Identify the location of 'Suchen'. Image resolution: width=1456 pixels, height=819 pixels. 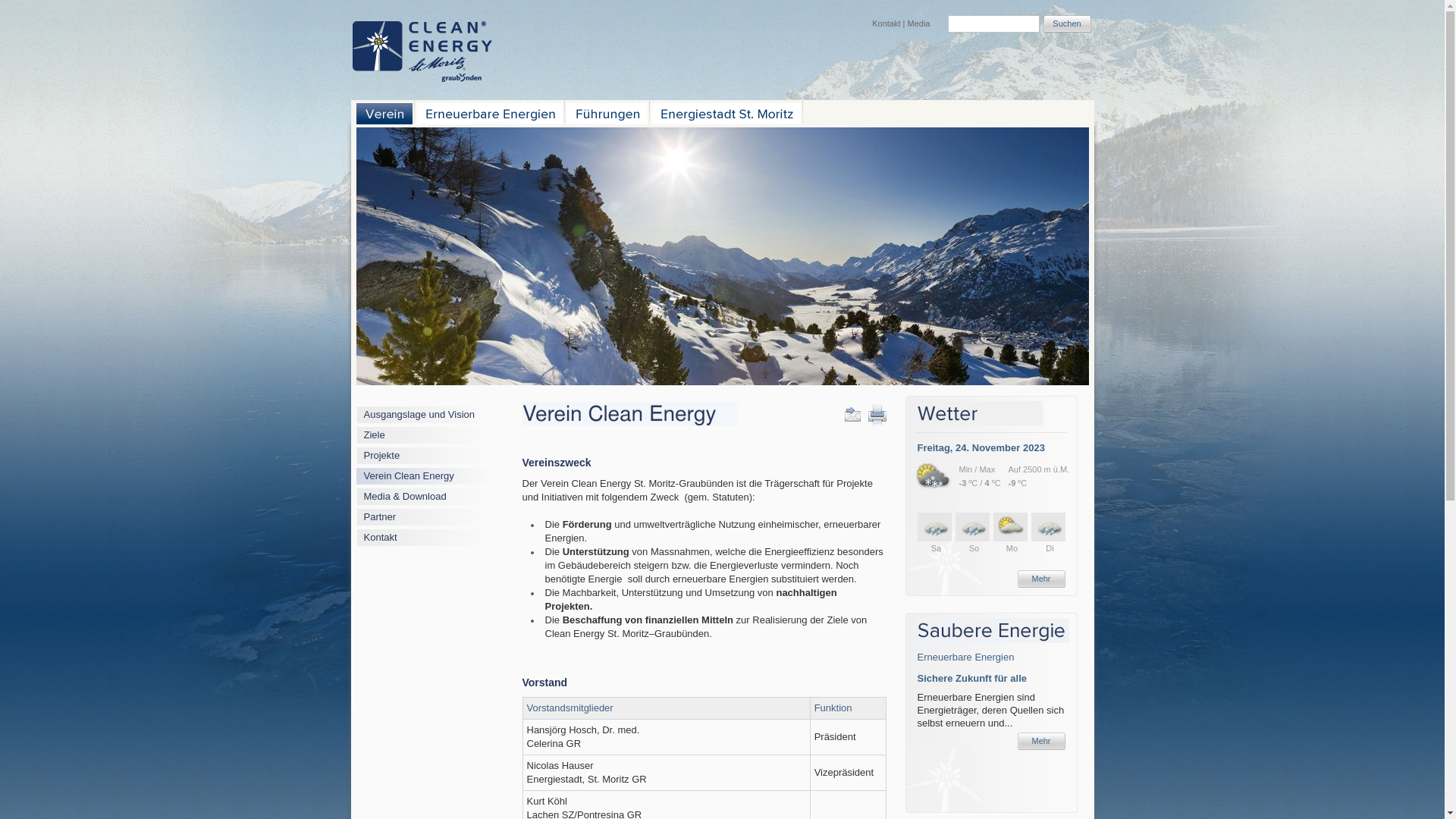
(1066, 24).